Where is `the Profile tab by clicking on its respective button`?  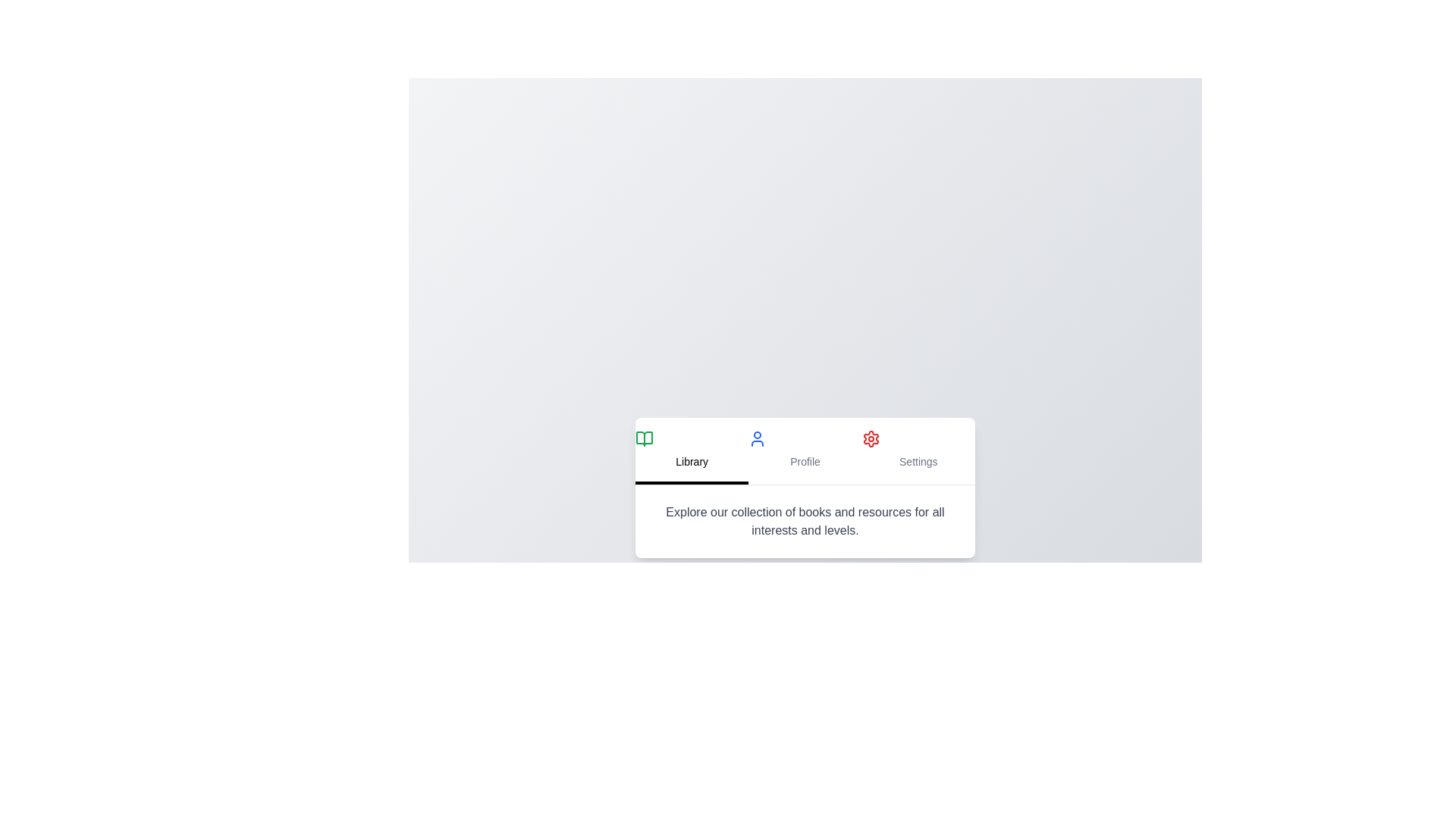 the Profile tab by clicking on its respective button is located at coordinates (804, 450).